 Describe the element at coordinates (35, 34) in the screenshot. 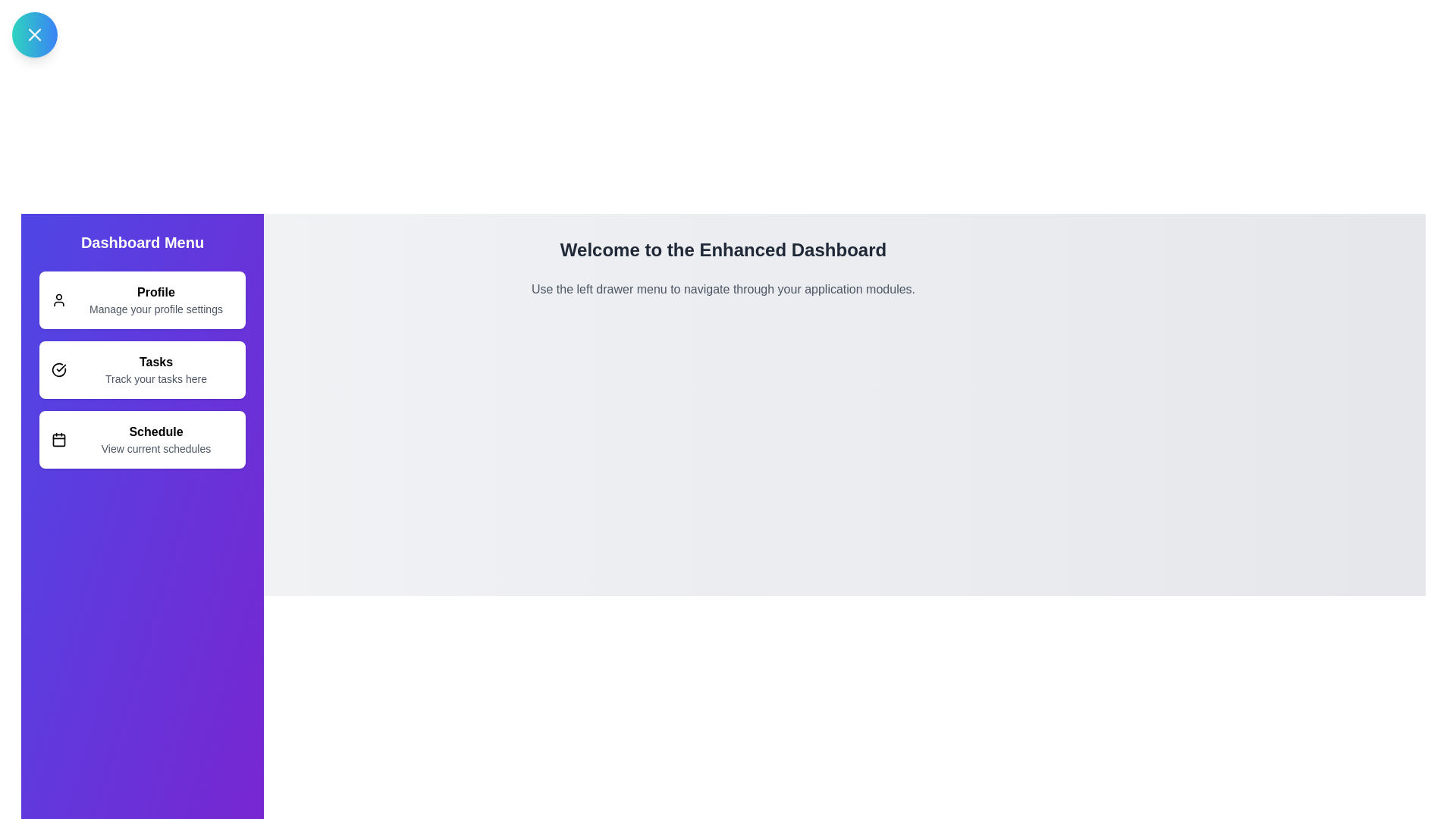

I see `the button in the top-left corner to toggle the drawer open or closed` at that location.